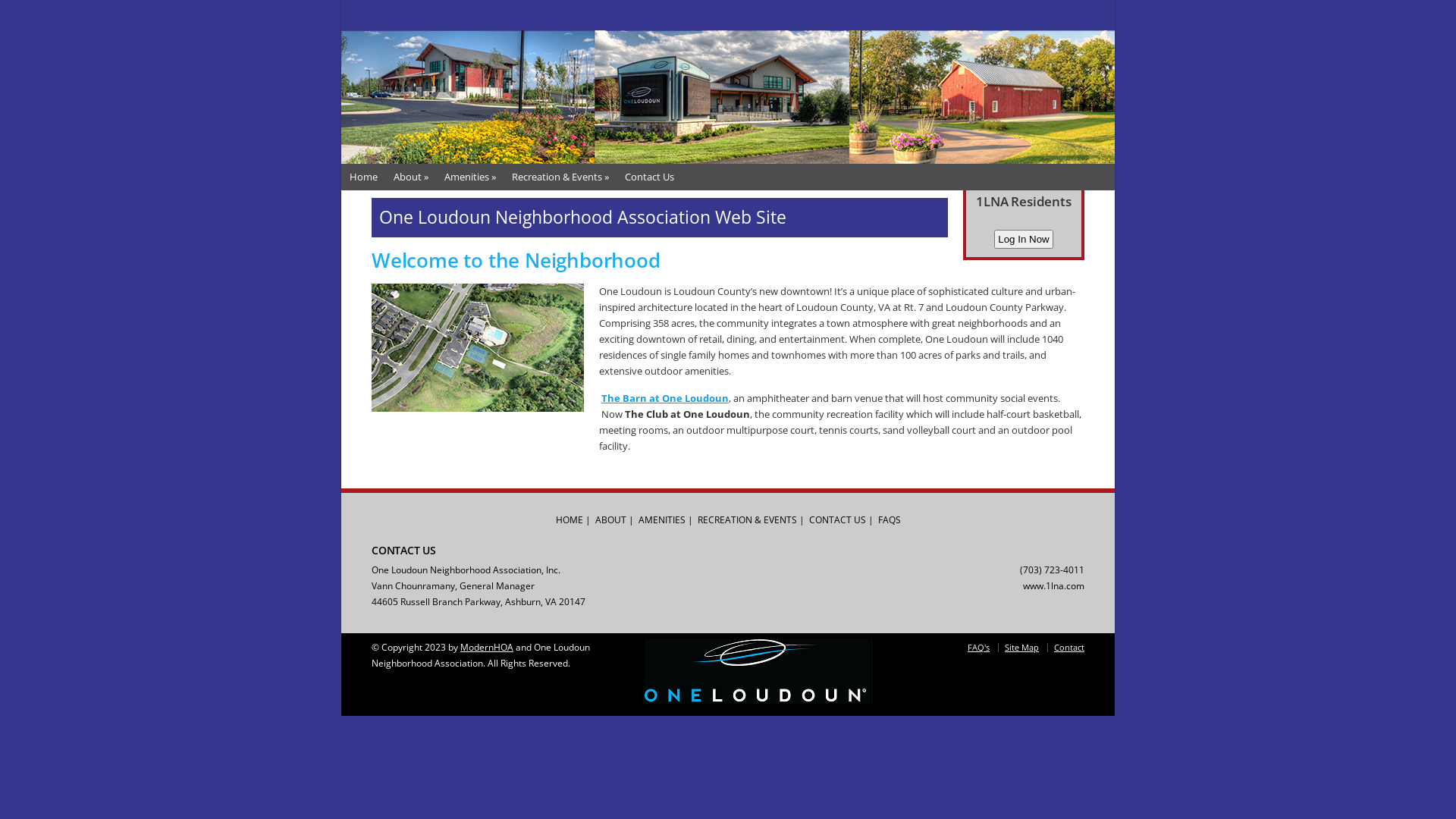  I want to click on 'AMENITIES', so click(662, 519).